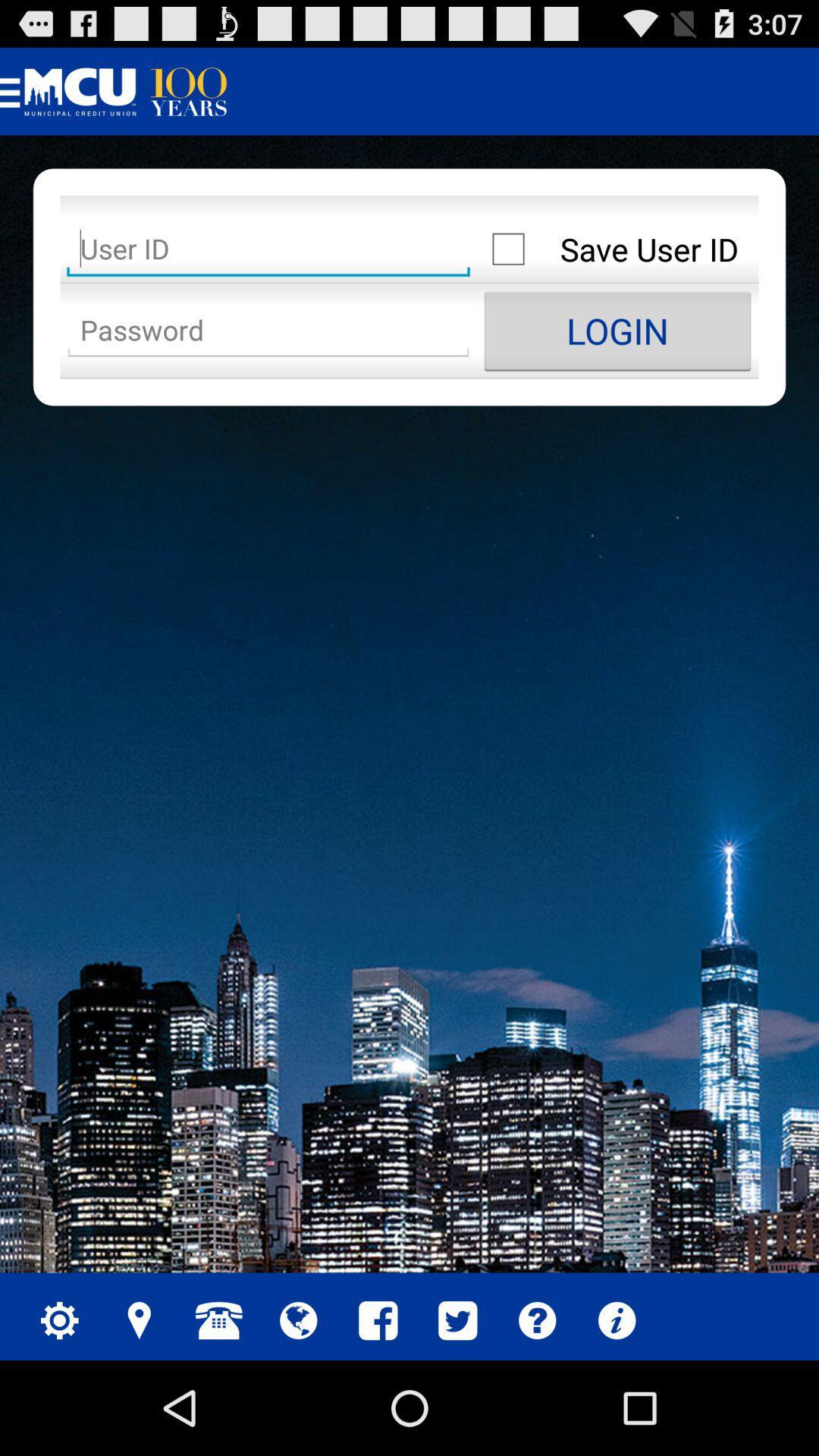 Image resolution: width=819 pixels, height=1456 pixels. What do you see at coordinates (617, 249) in the screenshot?
I see `the save user id icon` at bounding box center [617, 249].